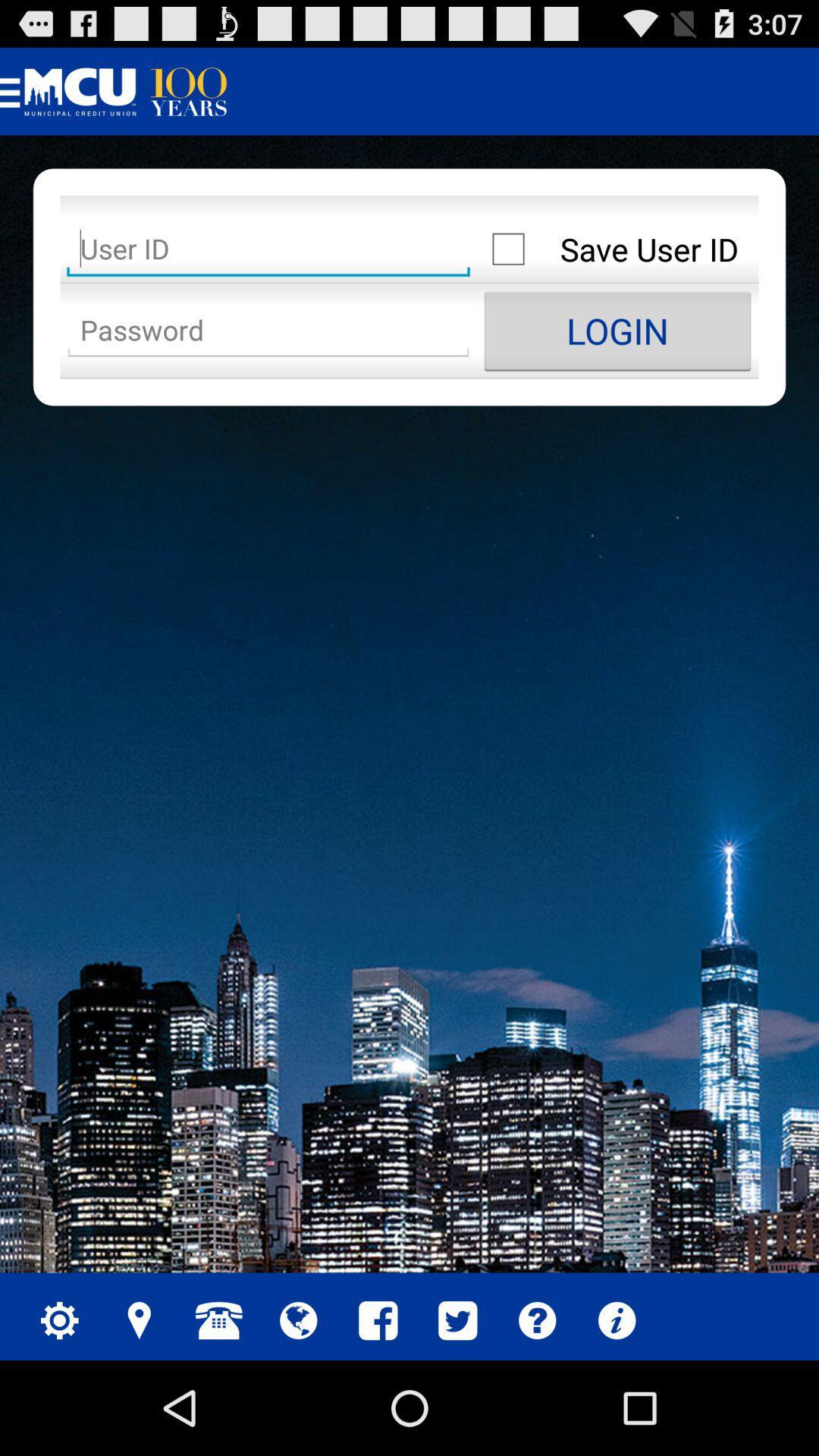 Image resolution: width=819 pixels, height=1456 pixels. What do you see at coordinates (617, 249) in the screenshot?
I see `the save user id icon` at bounding box center [617, 249].